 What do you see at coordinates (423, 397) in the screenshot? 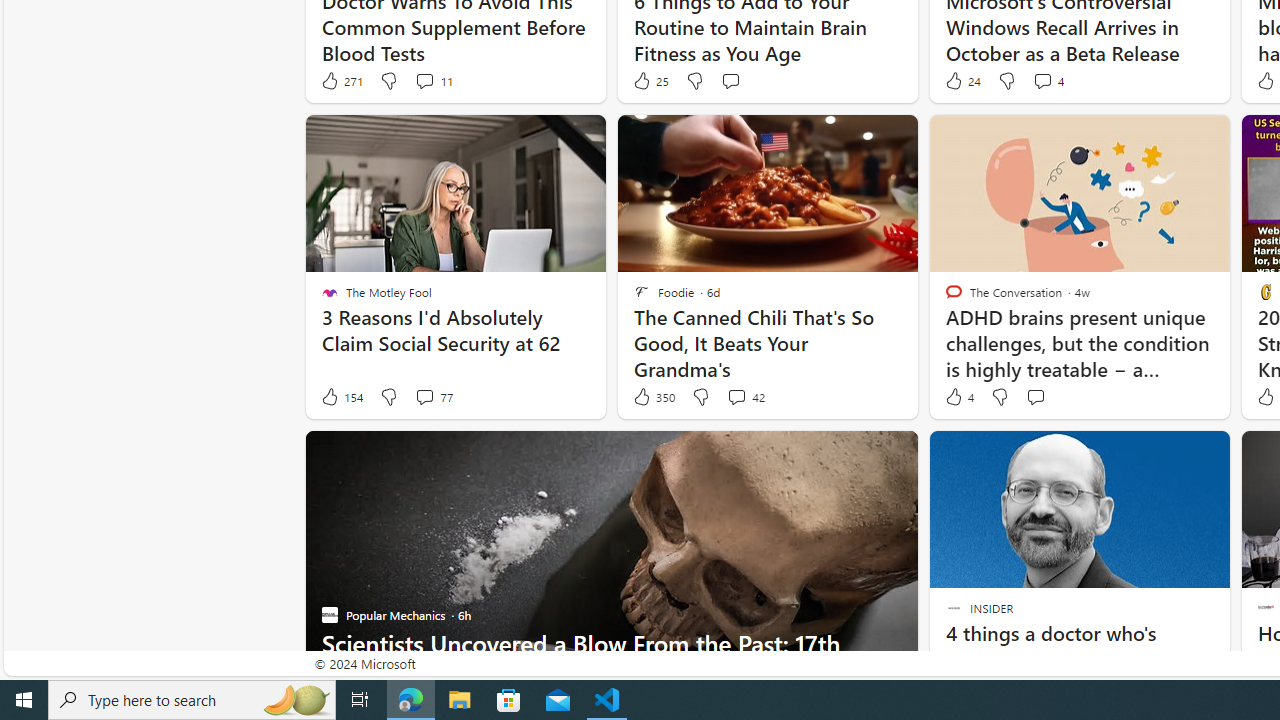
I see `'View comments 77 Comment'` at bounding box center [423, 397].